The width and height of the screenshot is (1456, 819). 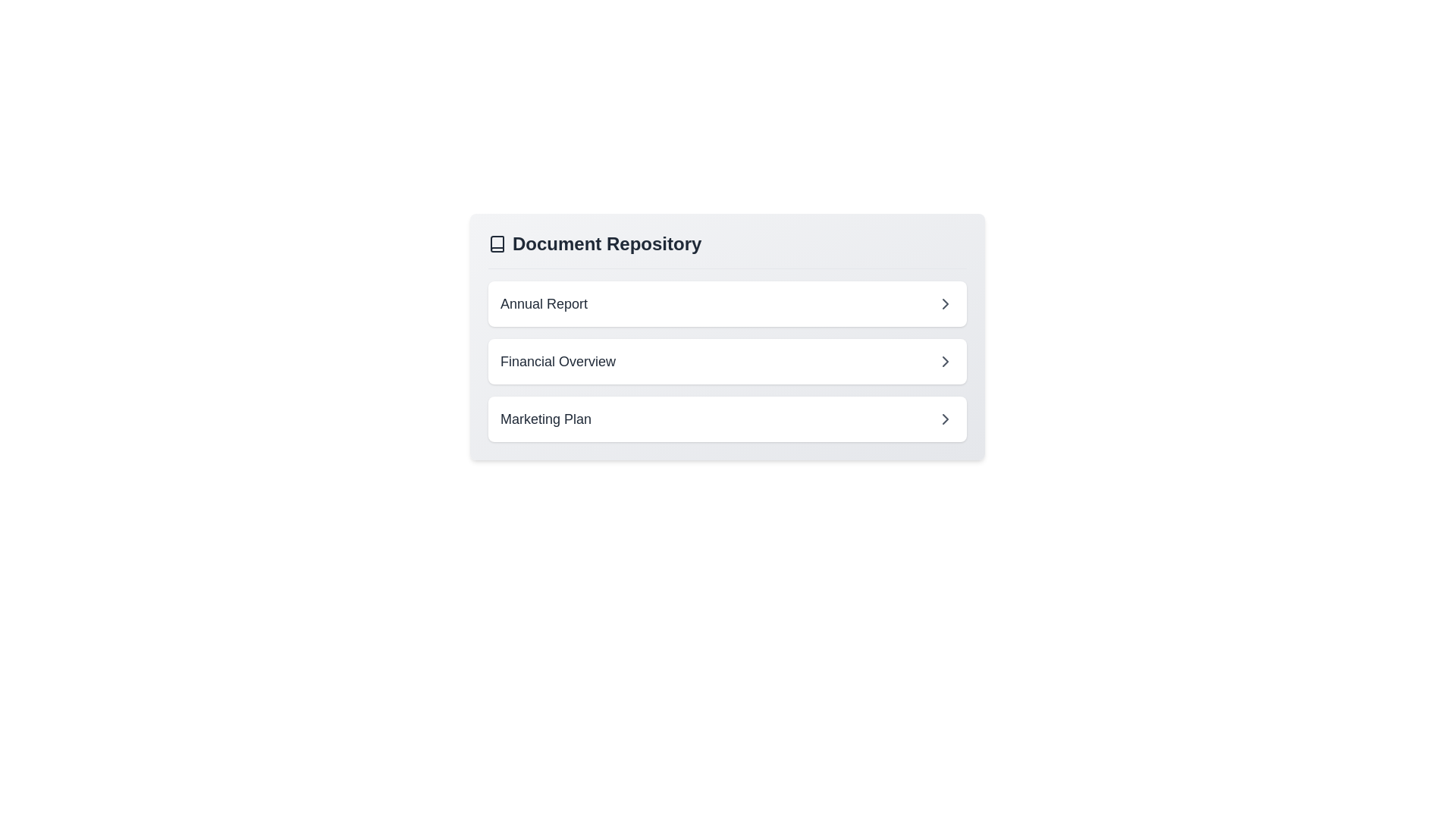 What do you see at coordinates (726, 304) in the screenshot?
I see `the first entry in the vertical list of documents labeled 'Annual Report'` at bounding box center [726, 304].